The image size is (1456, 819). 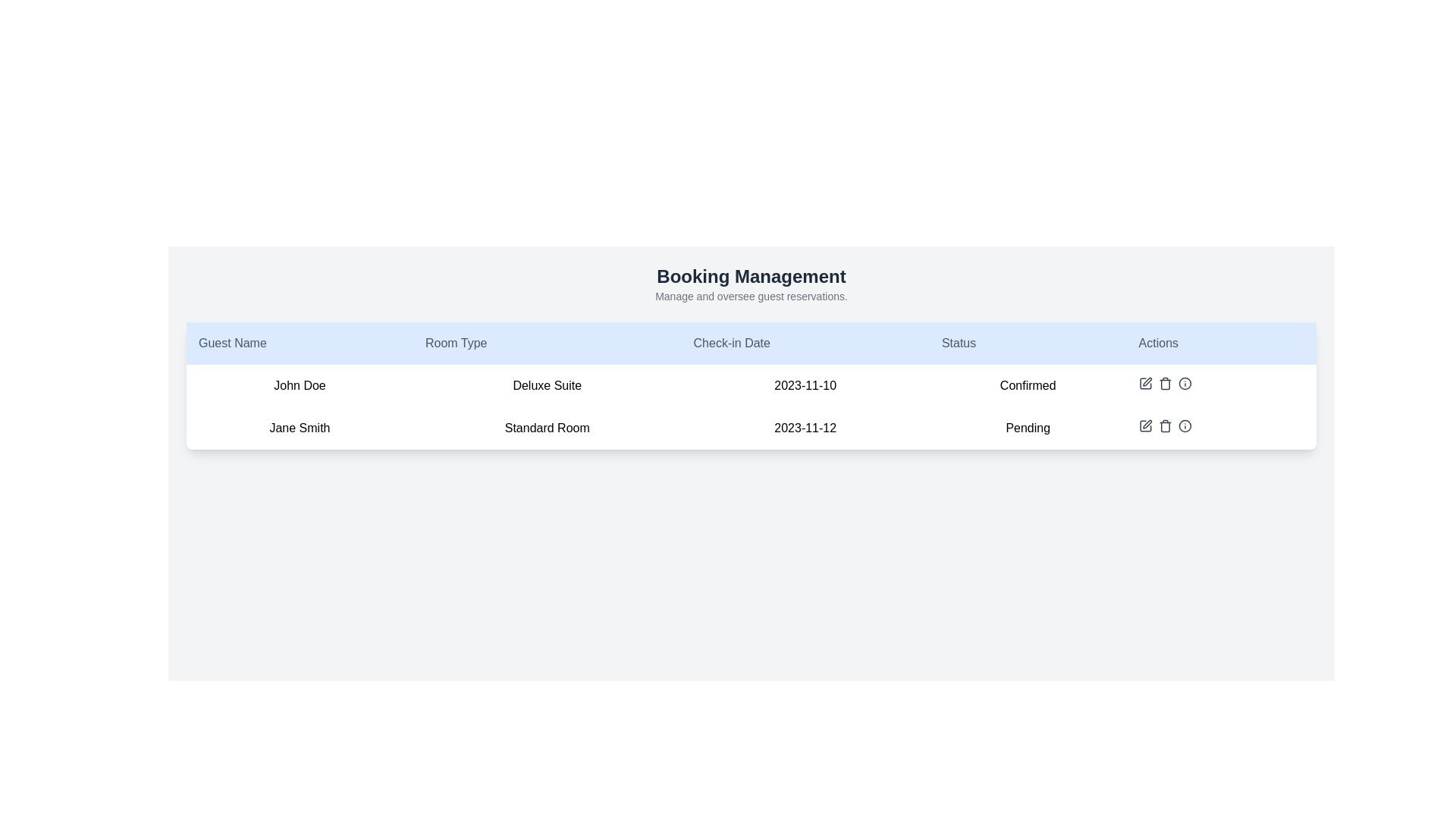 I want to click on the static text label that reads 'Manage and oversee guest reservations.', which is styled in a smaller, lighter gray font and located below the 'Booking Management' heading, so click(x=751, y=296).